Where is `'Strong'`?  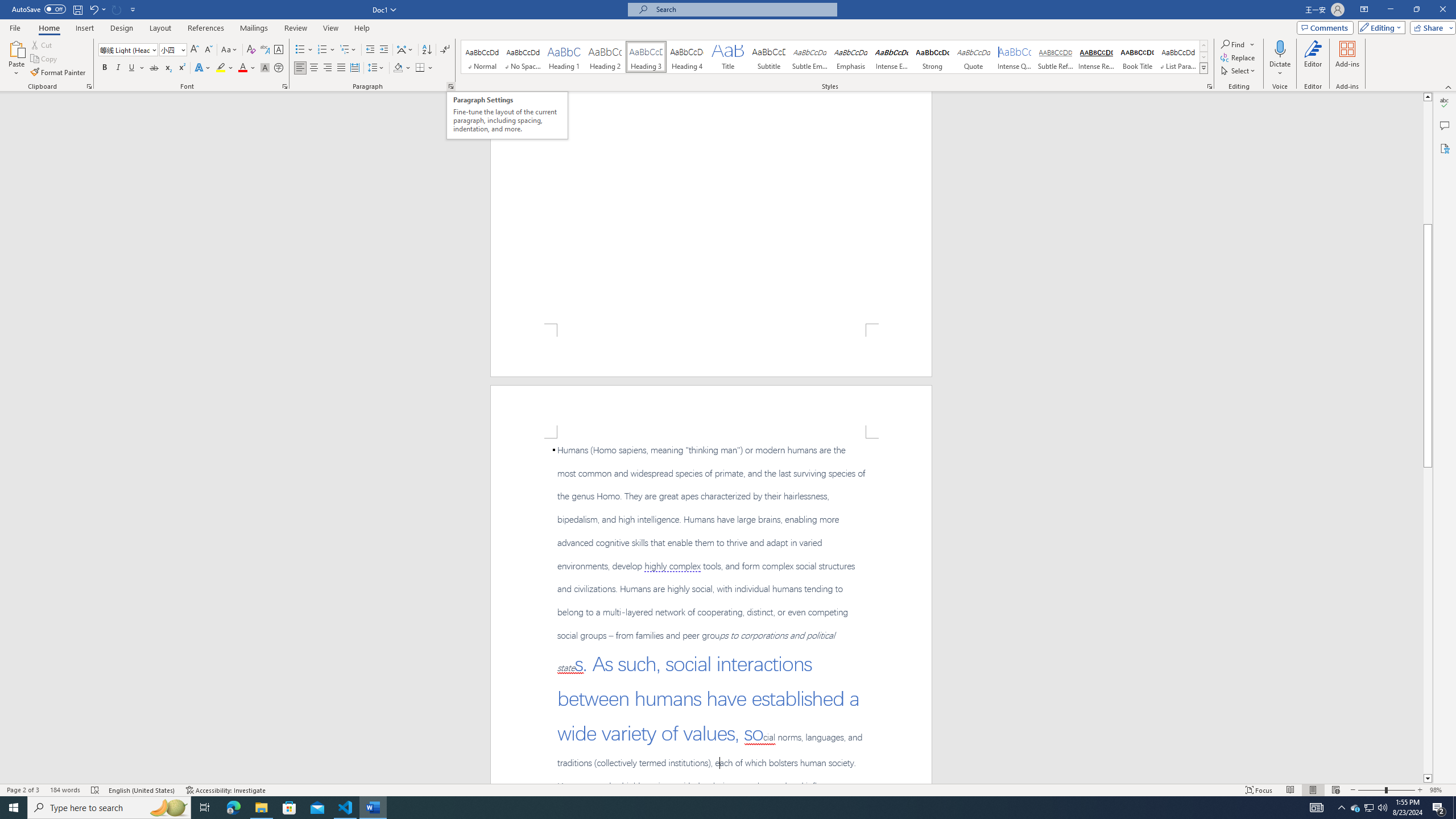 'Strong' is located at coordinates (932, 56).